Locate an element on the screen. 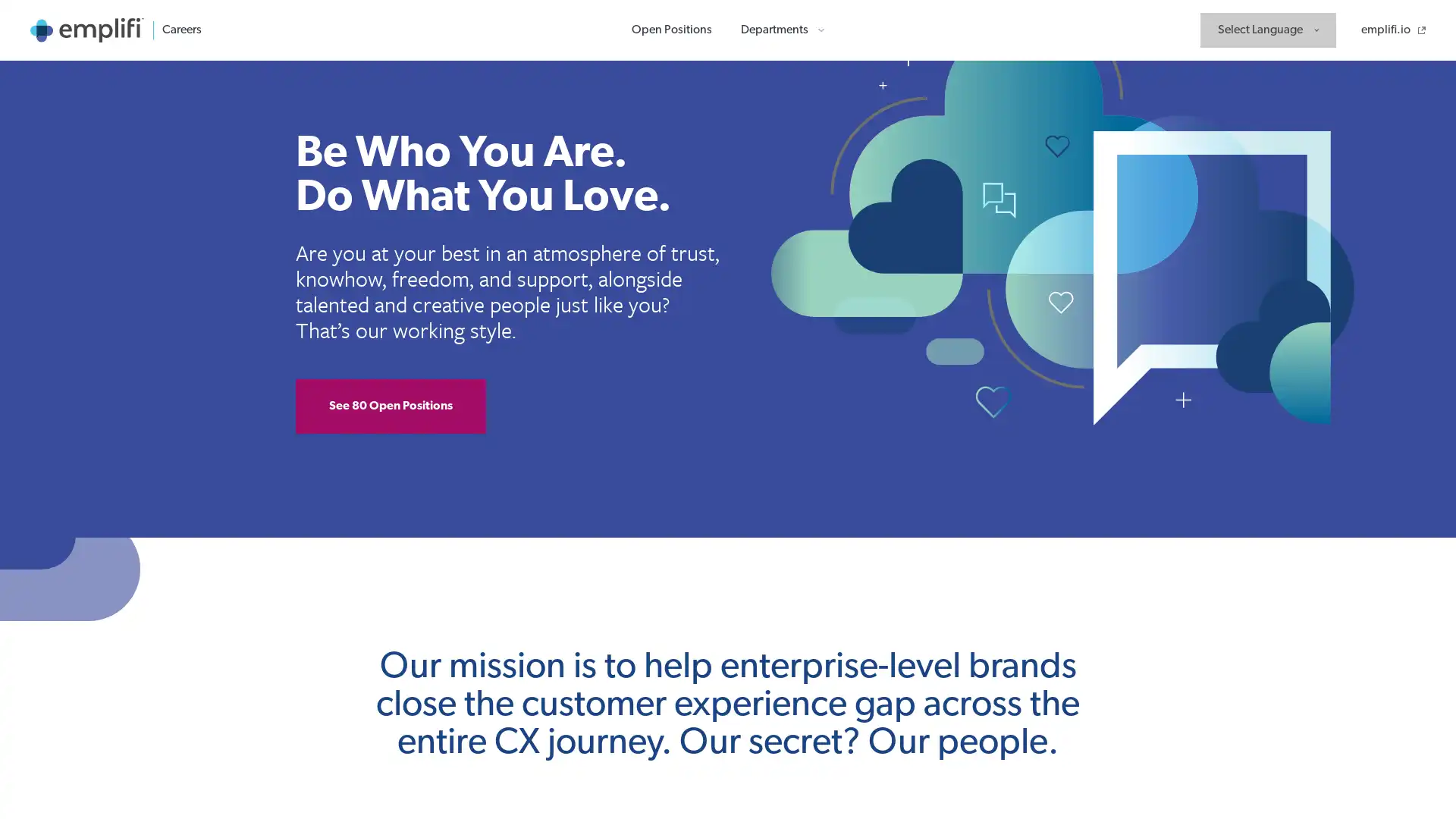 Image resolution: width=1456 pixels, height=819 pixels. Select Language is located at coordinates (1267, 30).